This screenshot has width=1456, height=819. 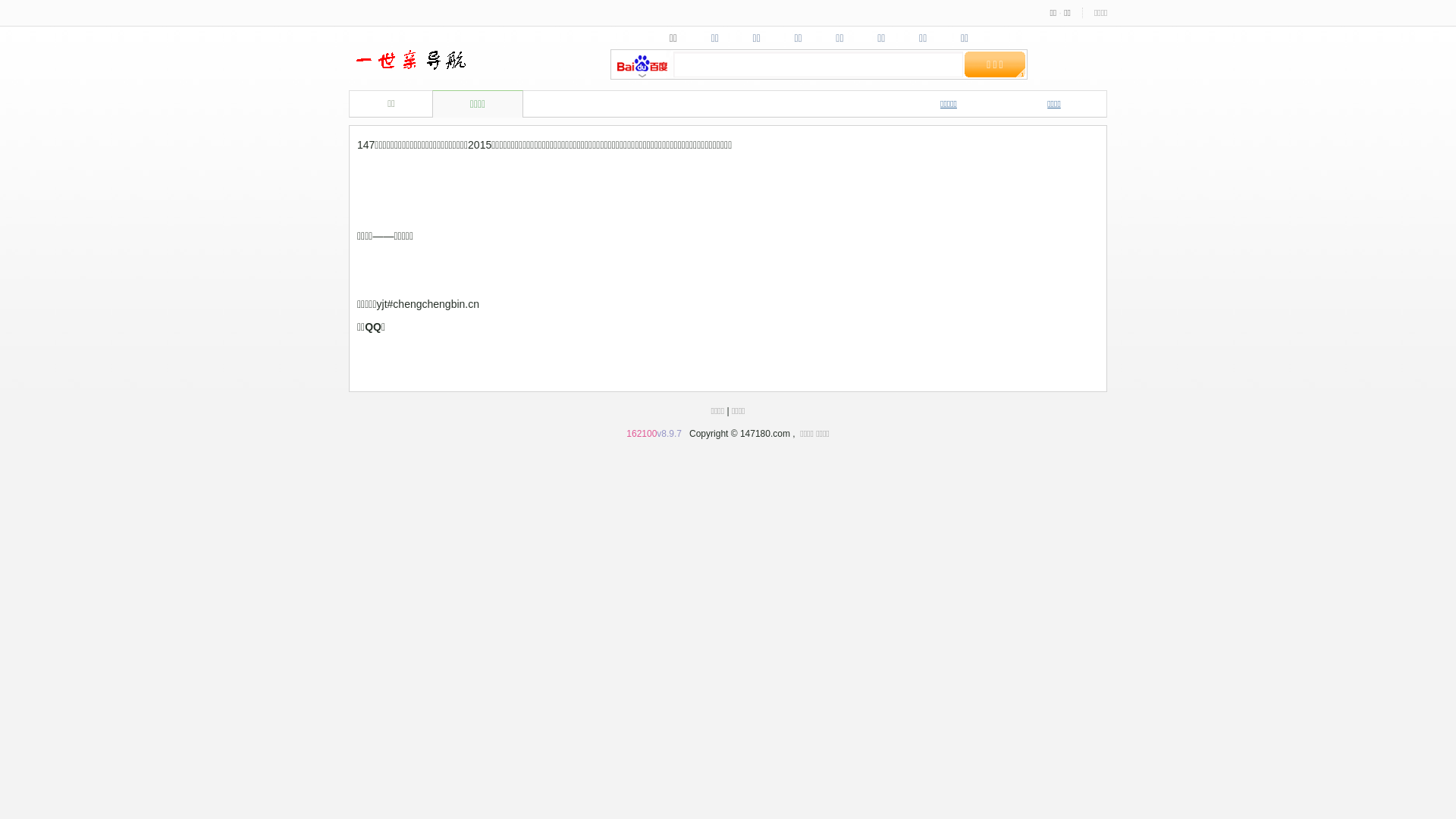 I want to click on '162100', so click(x=641, y=433).